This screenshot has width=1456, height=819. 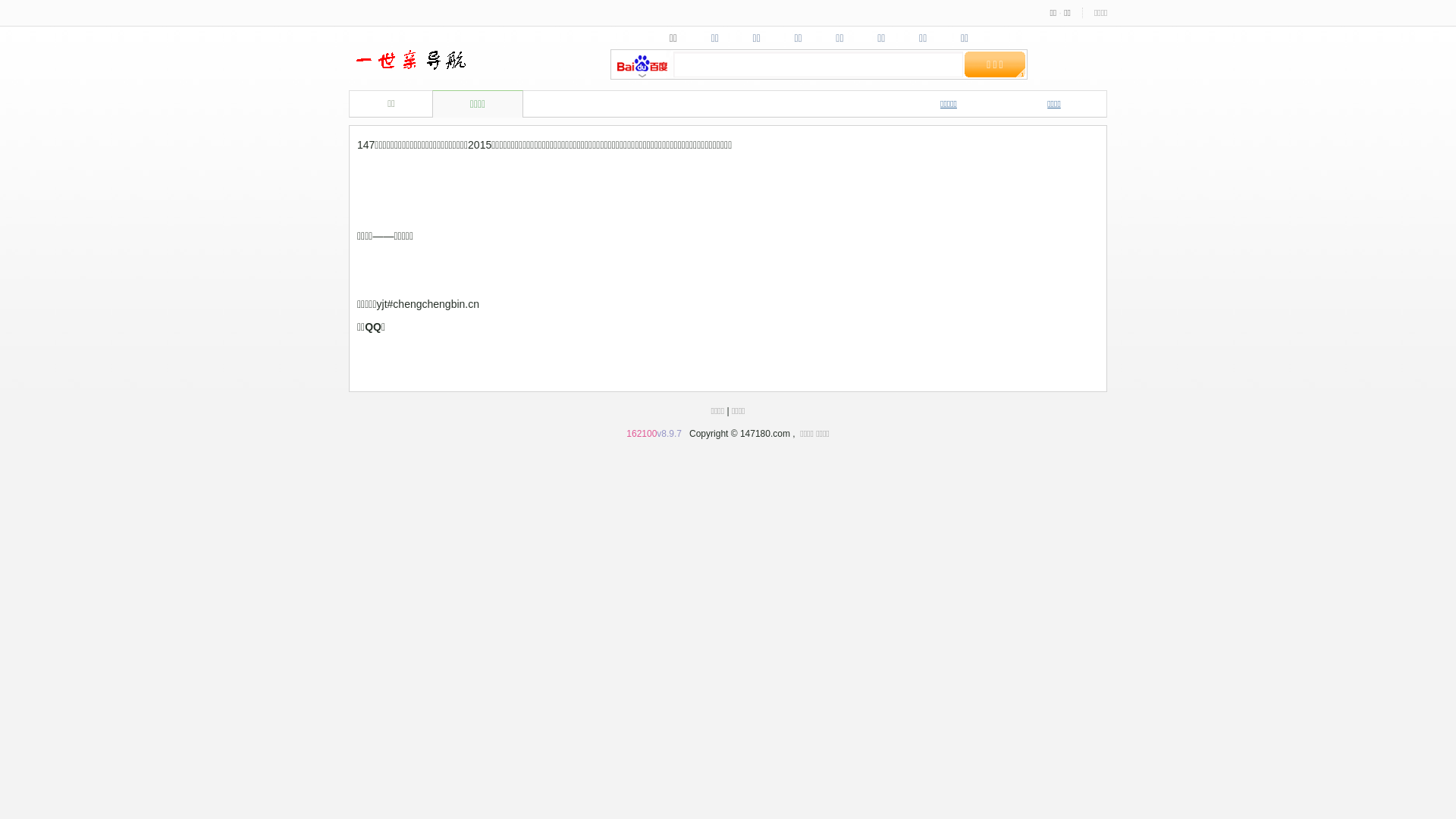 I want to click on '162100', so click(x=641, y=433).